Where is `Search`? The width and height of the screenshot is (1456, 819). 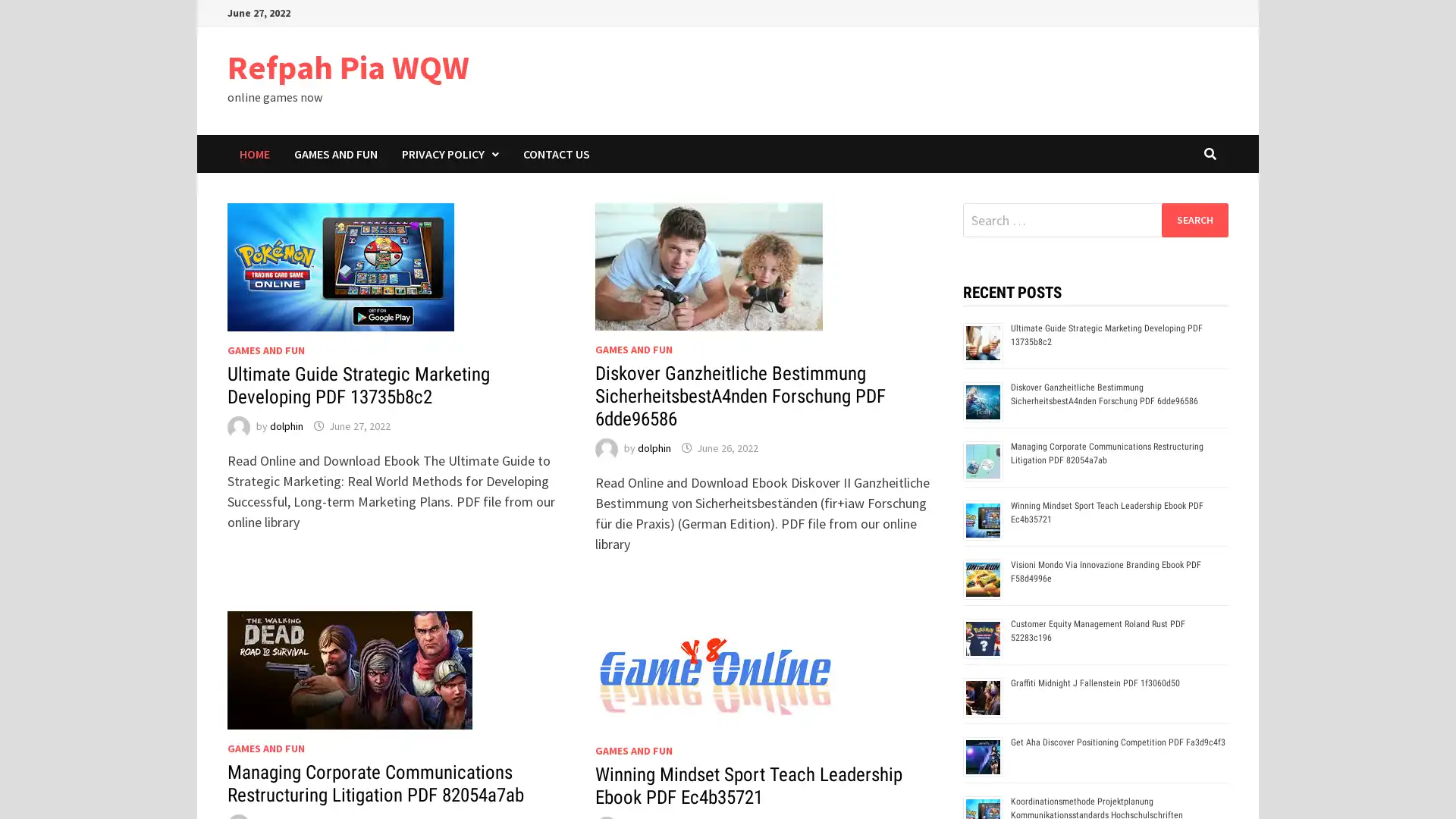
Search is located at coordinates (1194, 219).